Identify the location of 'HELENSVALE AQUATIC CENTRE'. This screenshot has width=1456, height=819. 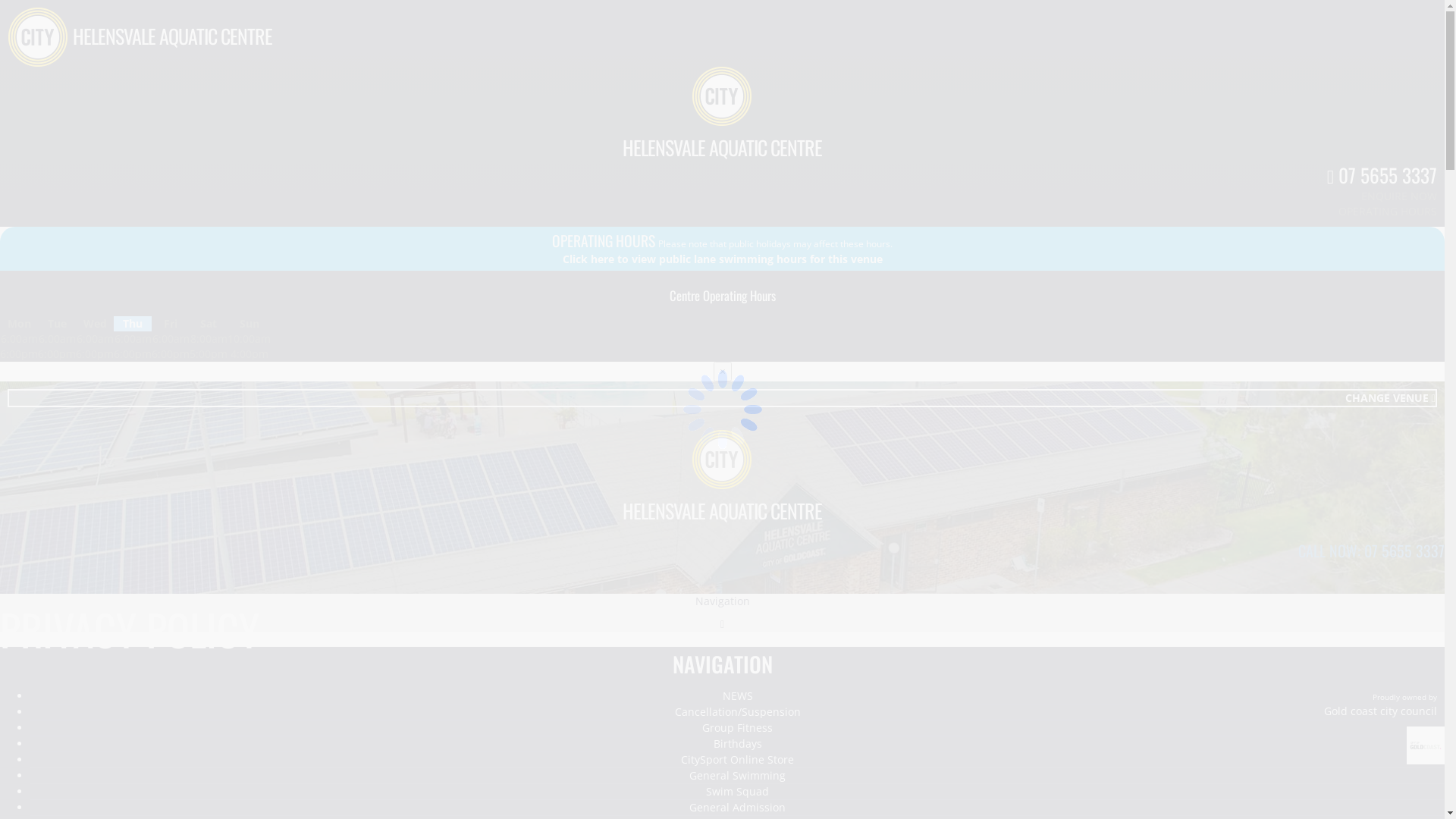
(721, 510).